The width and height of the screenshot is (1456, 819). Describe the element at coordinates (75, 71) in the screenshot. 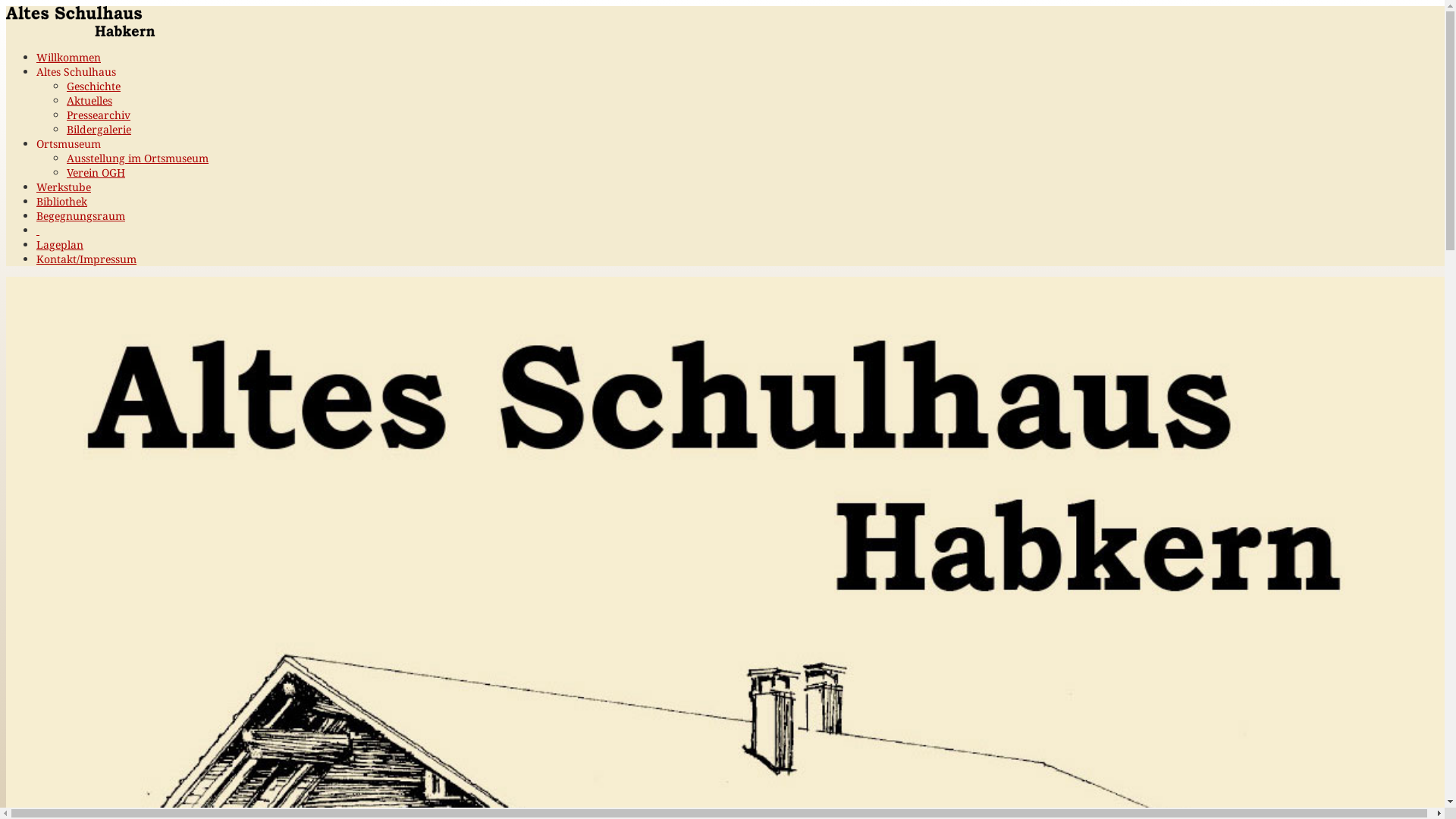

I see `'Altes Schulhaus'` at that location.